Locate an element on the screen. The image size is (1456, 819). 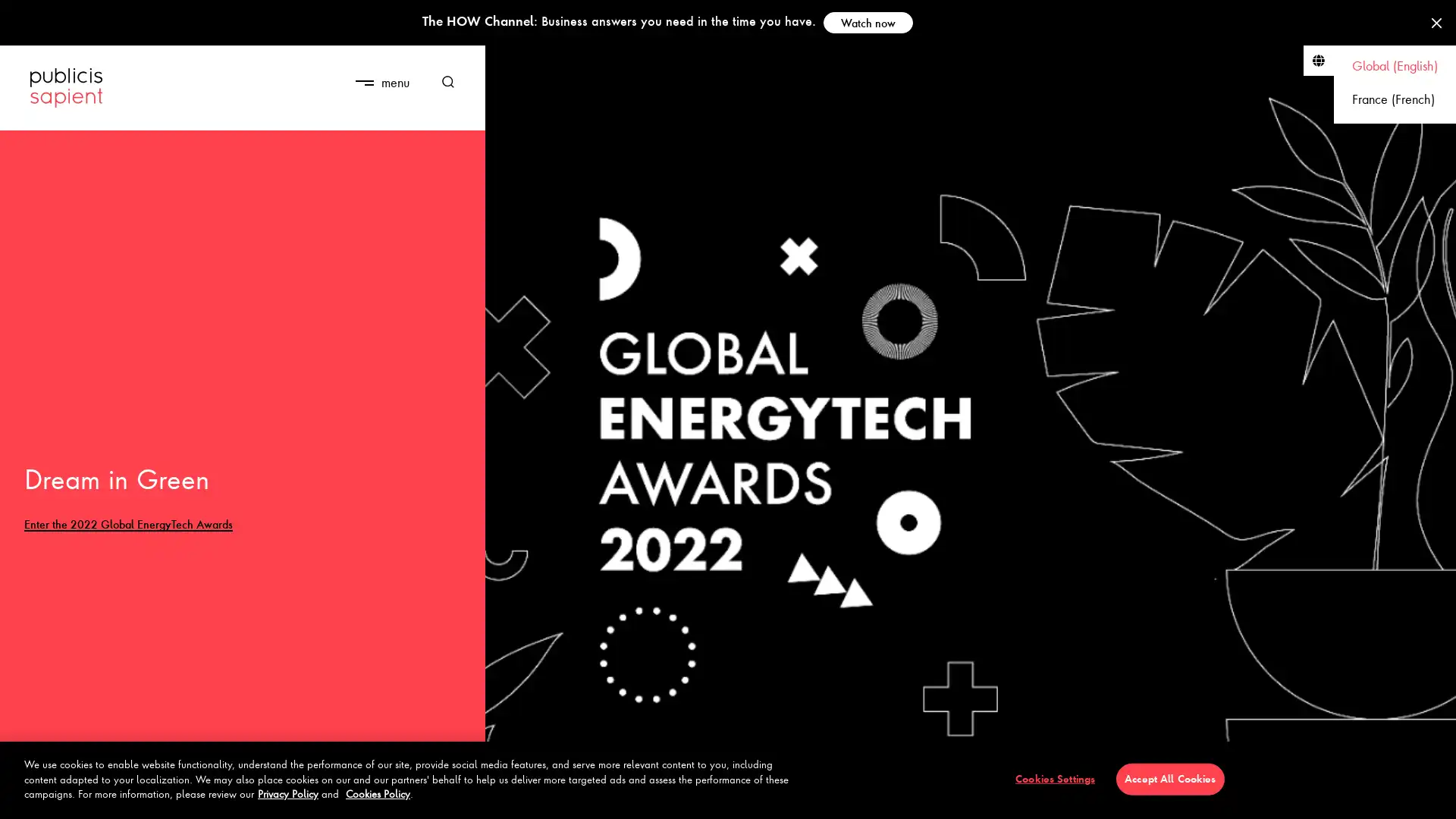
close is located at coordinates (425, 69).